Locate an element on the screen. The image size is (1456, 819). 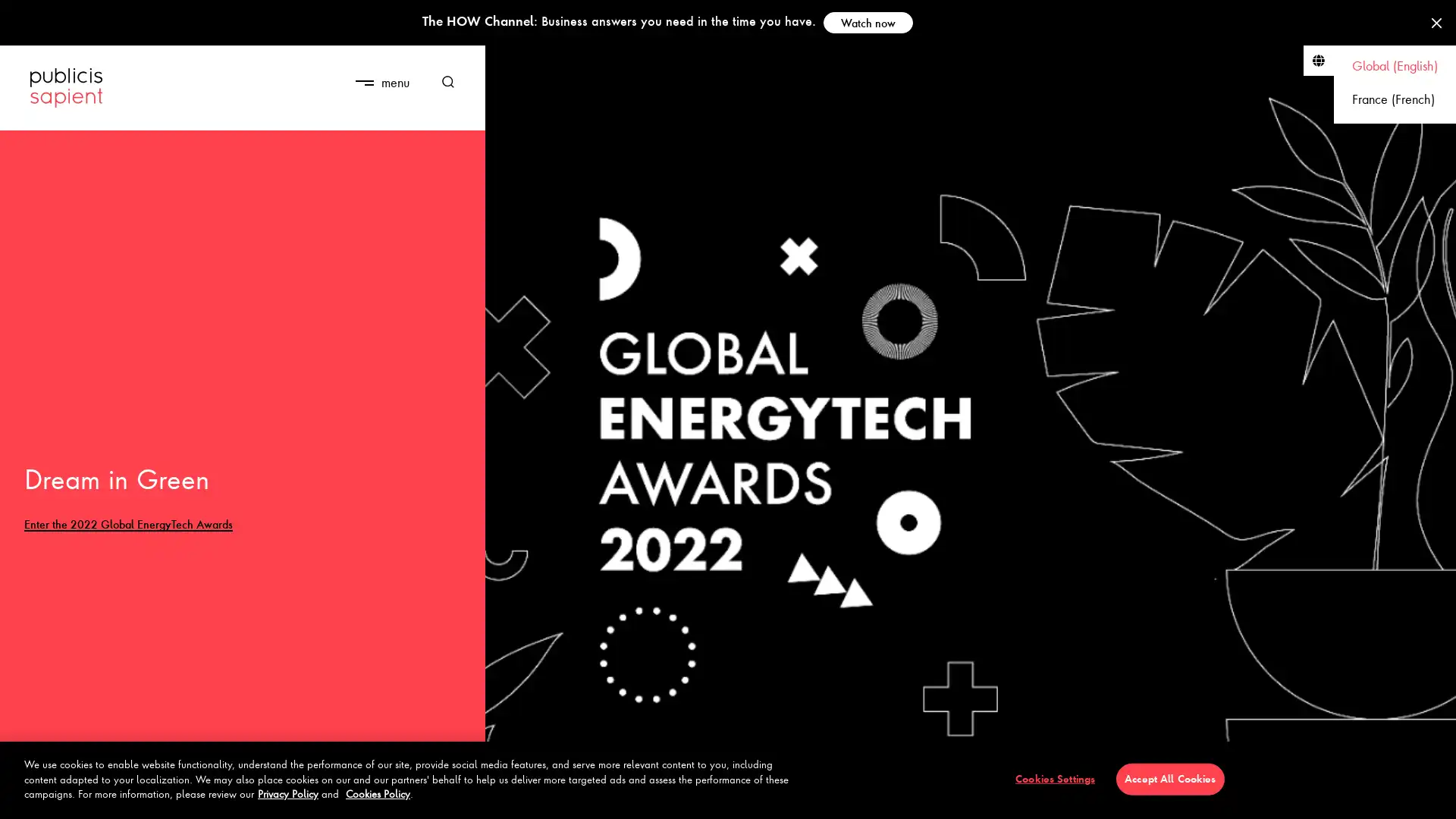
close is located at coordinates (425, 69).